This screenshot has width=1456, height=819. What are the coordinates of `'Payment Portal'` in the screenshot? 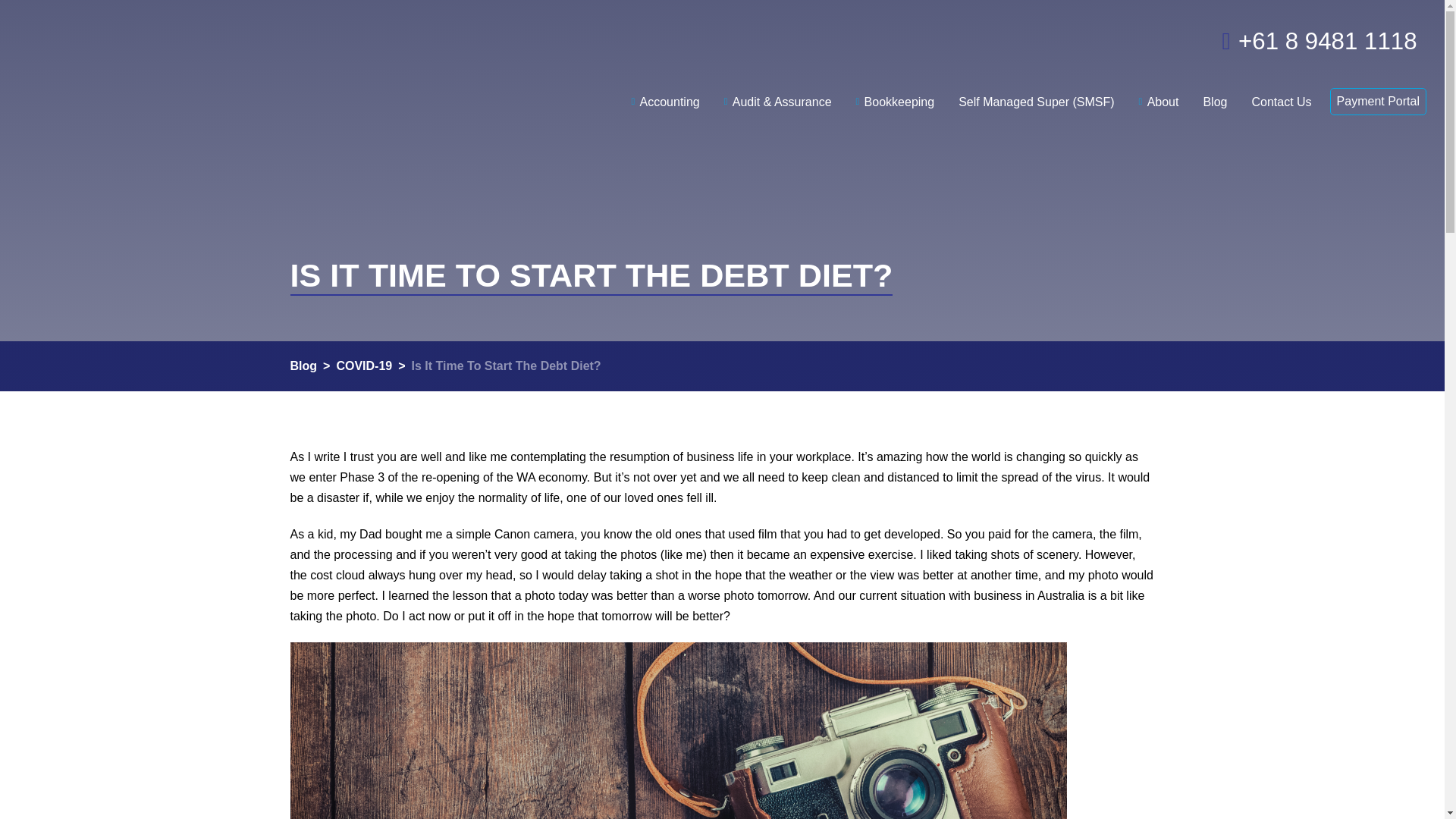 It's located at (1378, 102).